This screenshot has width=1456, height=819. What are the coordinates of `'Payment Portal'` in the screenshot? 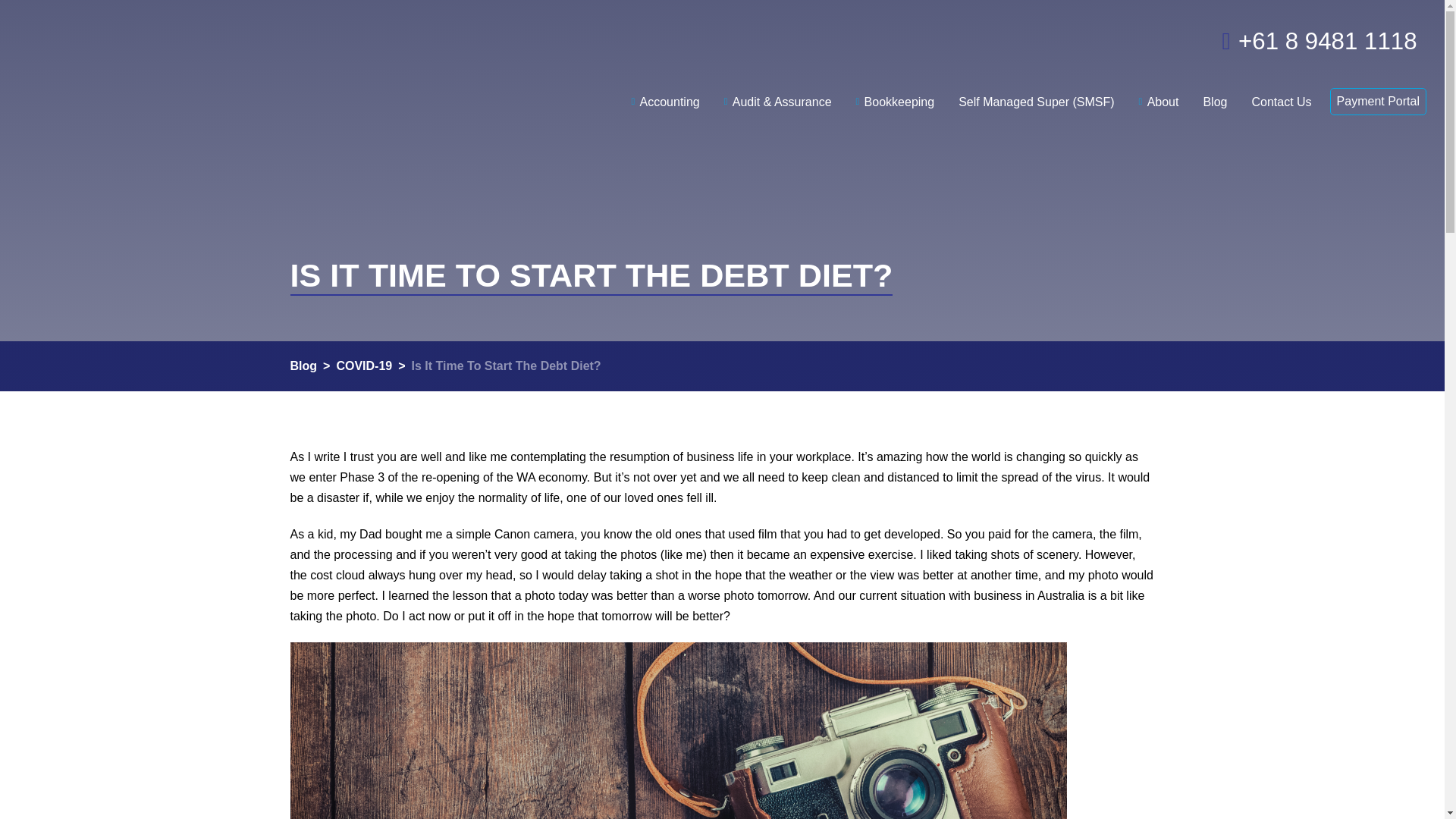 It's located at (1378, 102).